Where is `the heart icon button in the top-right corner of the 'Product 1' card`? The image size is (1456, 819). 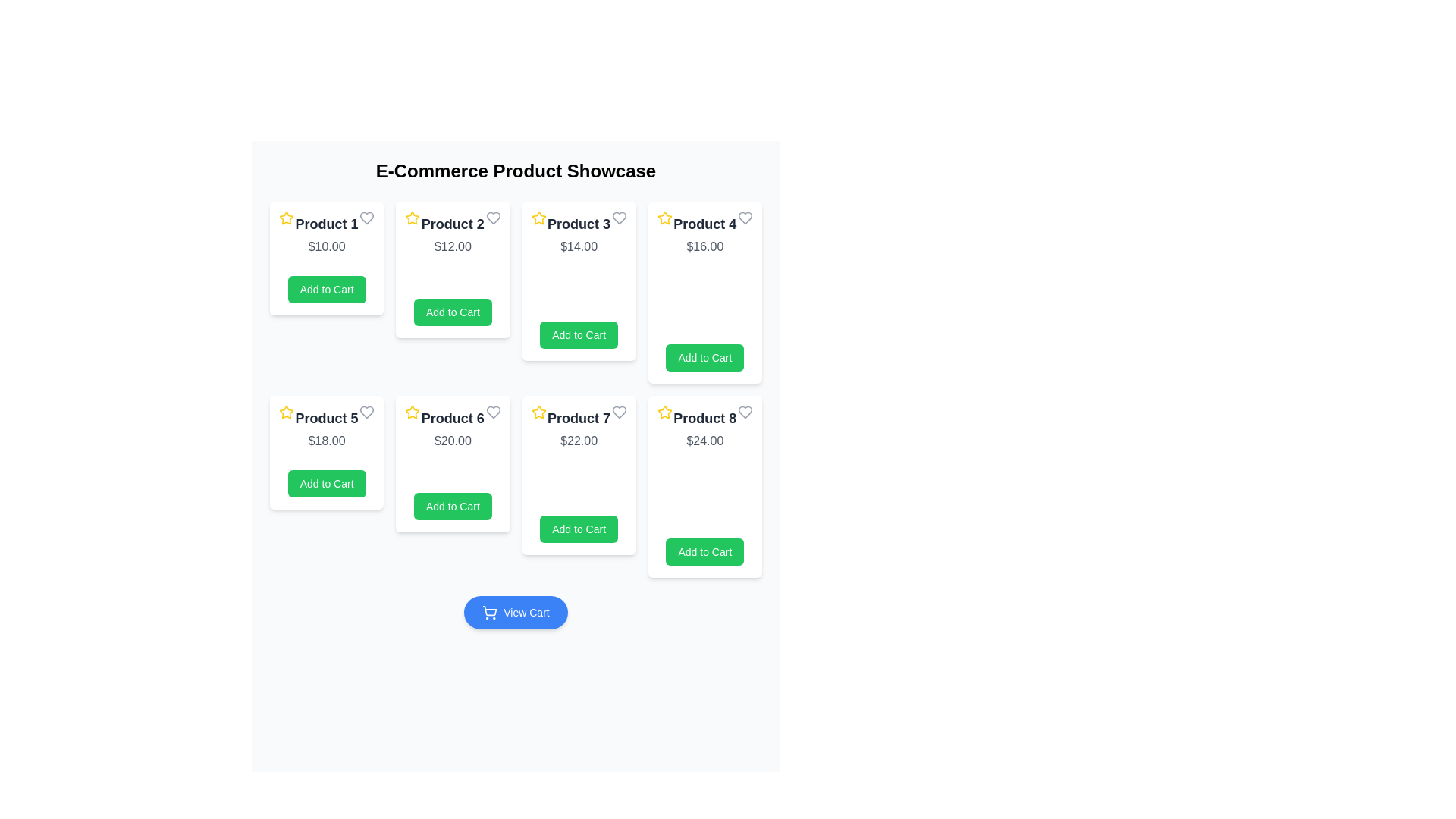
the heart icon button in the top-right corner of the 'Product 1' card is located at coordinates (367, 218).